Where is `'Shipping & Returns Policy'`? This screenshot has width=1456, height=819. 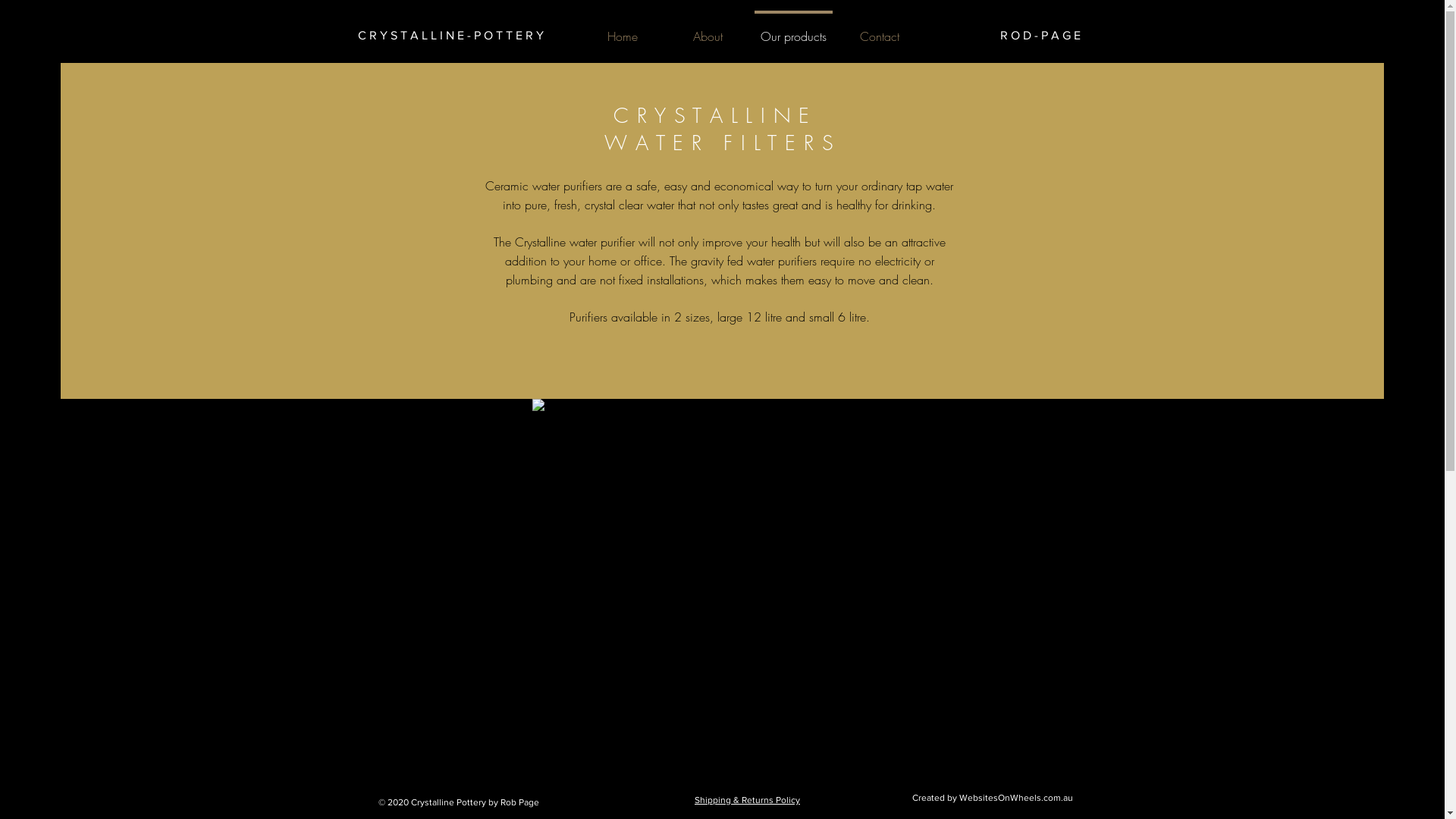
'Shipping & Returns Policy' is located at coordinates (747, 799).